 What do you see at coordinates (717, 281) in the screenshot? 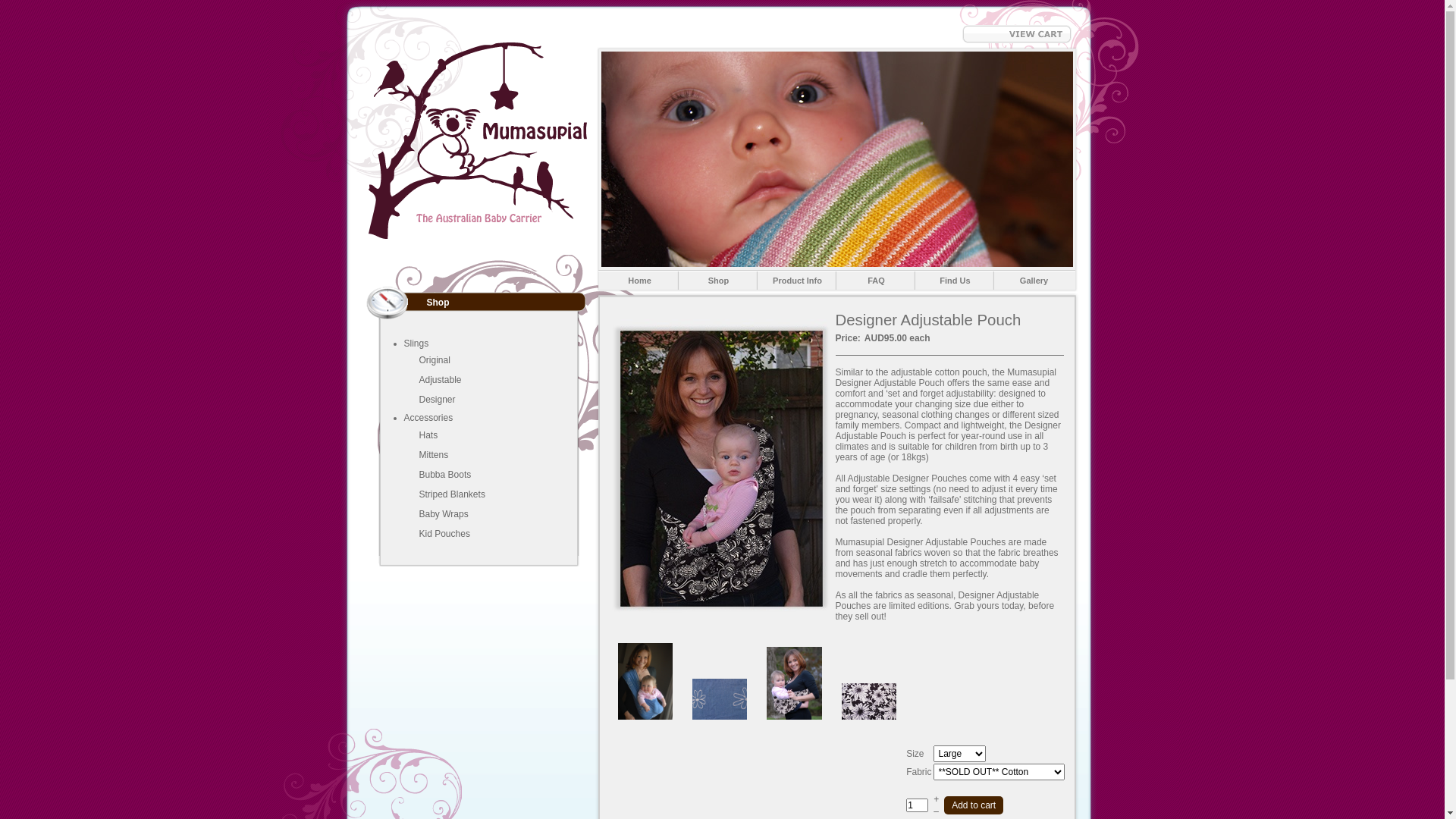
I see `'Shop'` at bounding box center [717, 281].